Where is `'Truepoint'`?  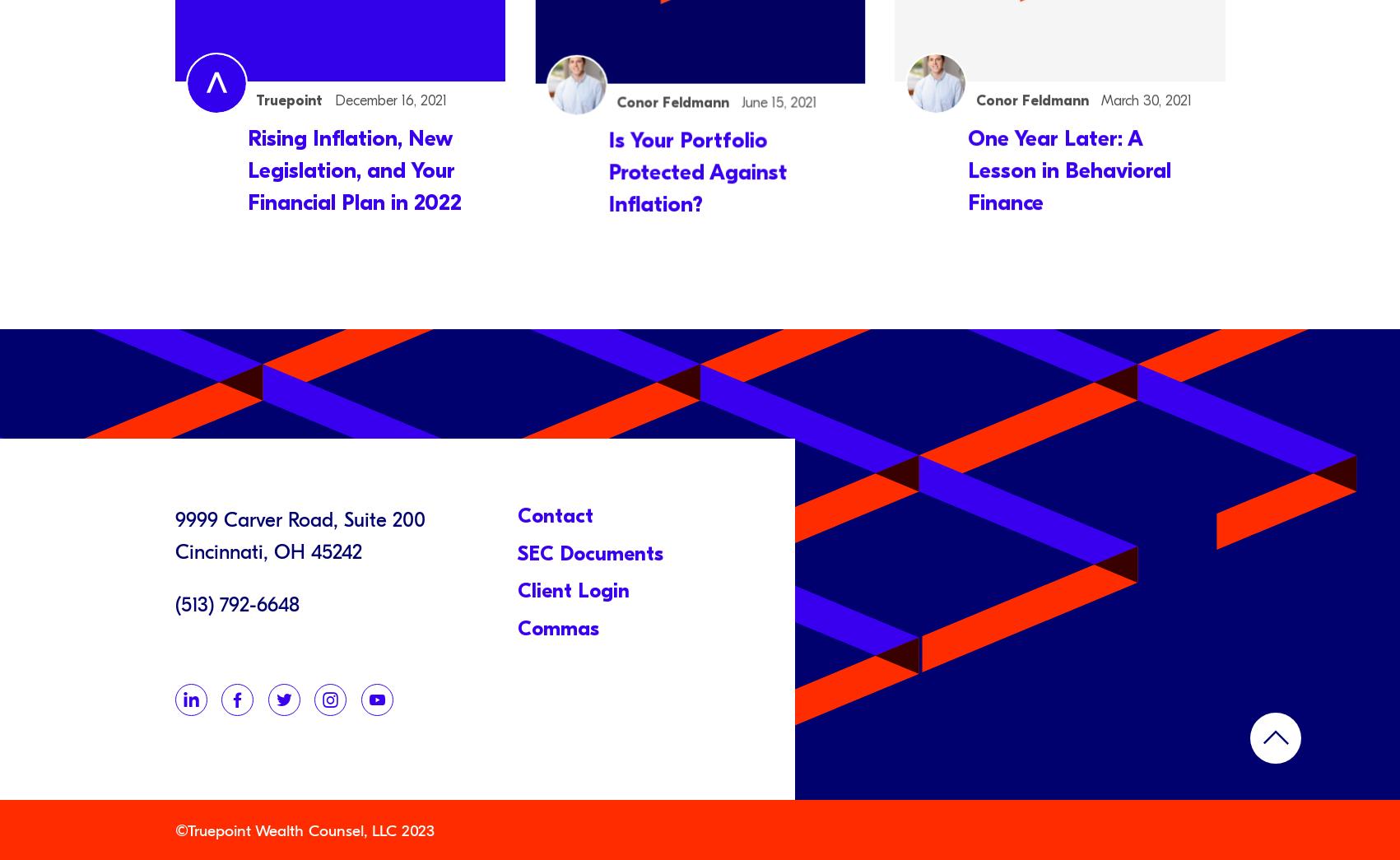
'Truepoint' is located at coordinates (291, 99).